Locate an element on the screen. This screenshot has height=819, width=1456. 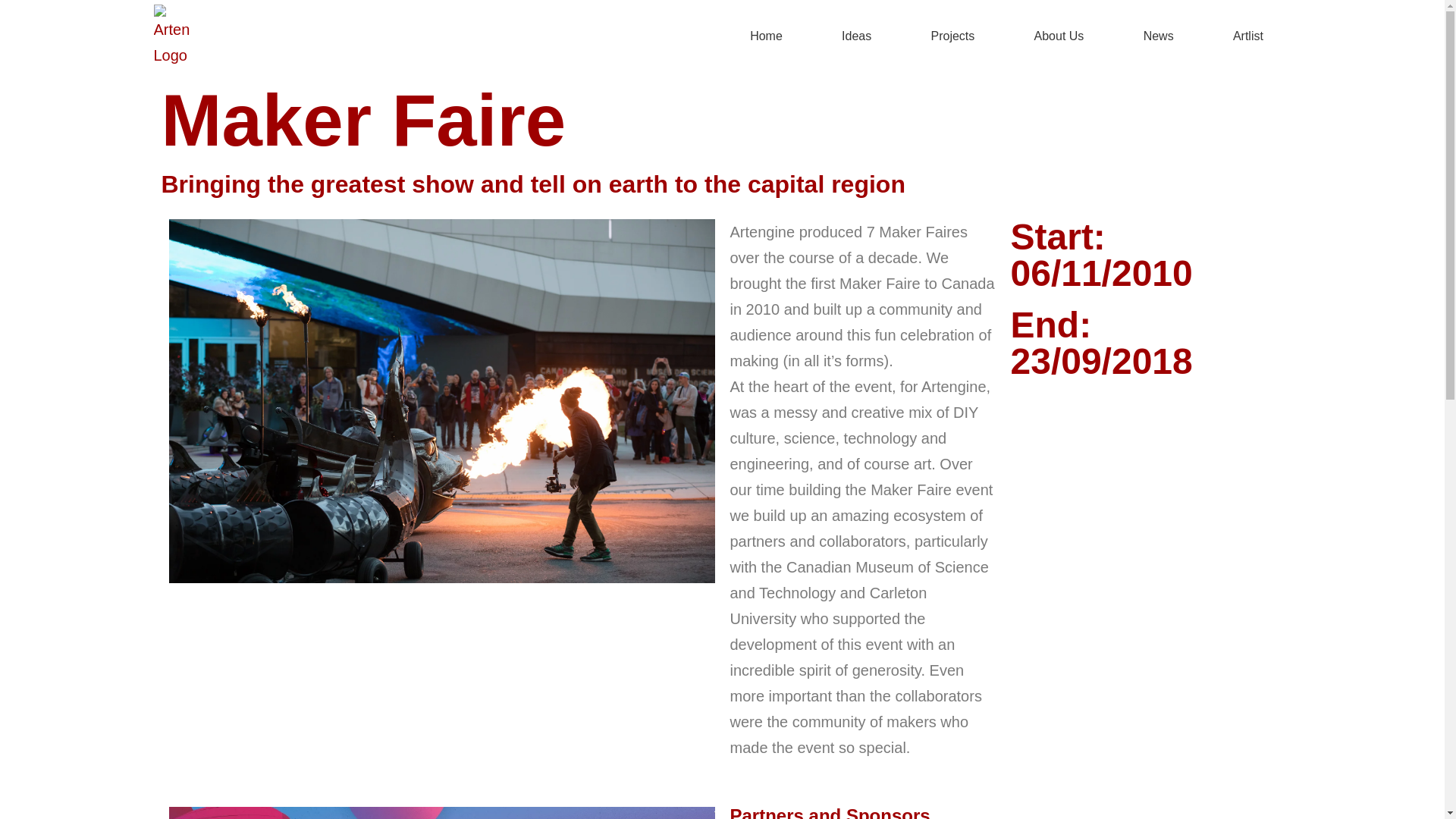
'Artlist' is located at coordinates (1247, 35).